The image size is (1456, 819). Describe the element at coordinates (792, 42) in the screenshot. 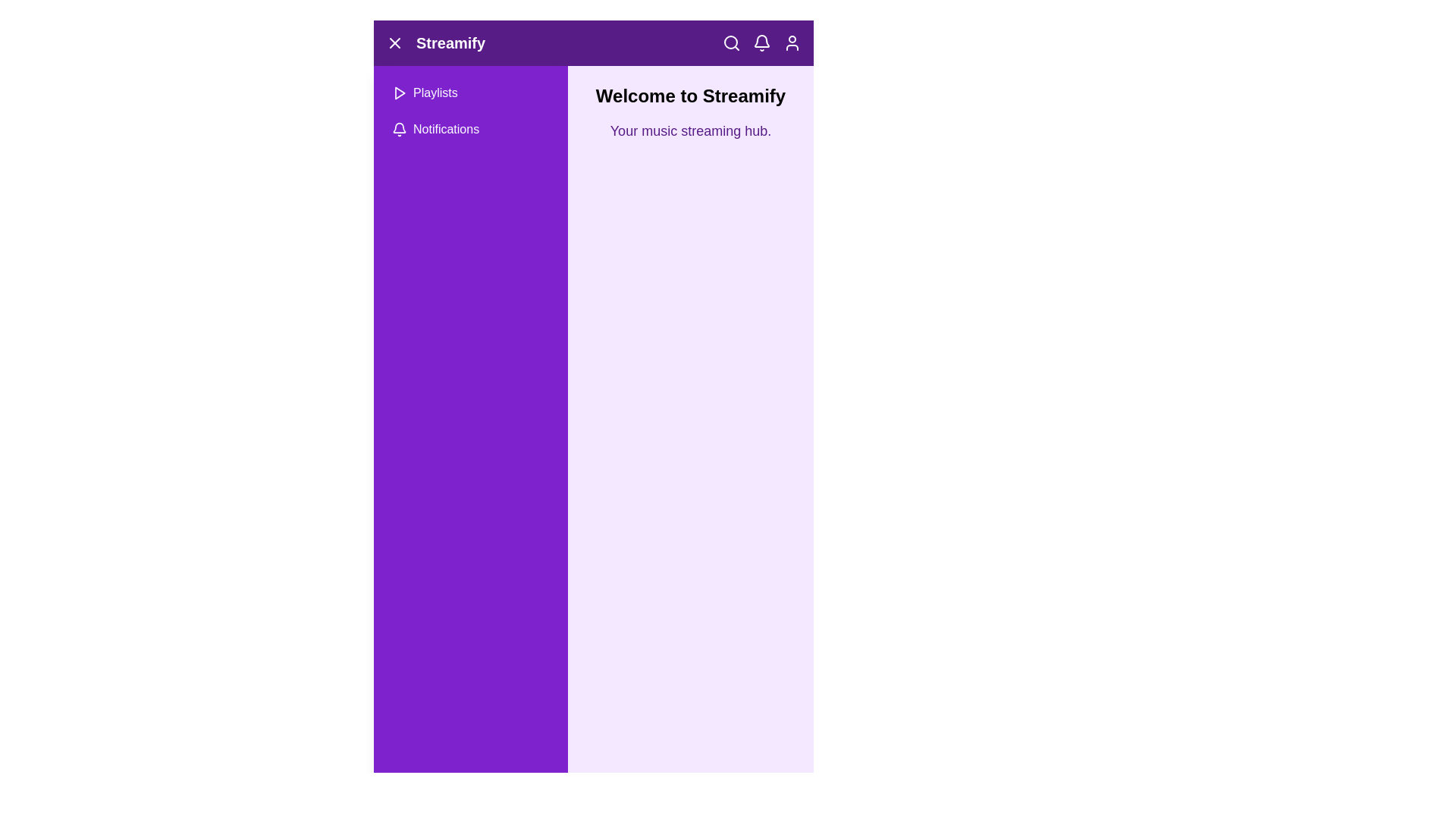

I see `the user profile icon in the top-right corner of the application header` at that location.